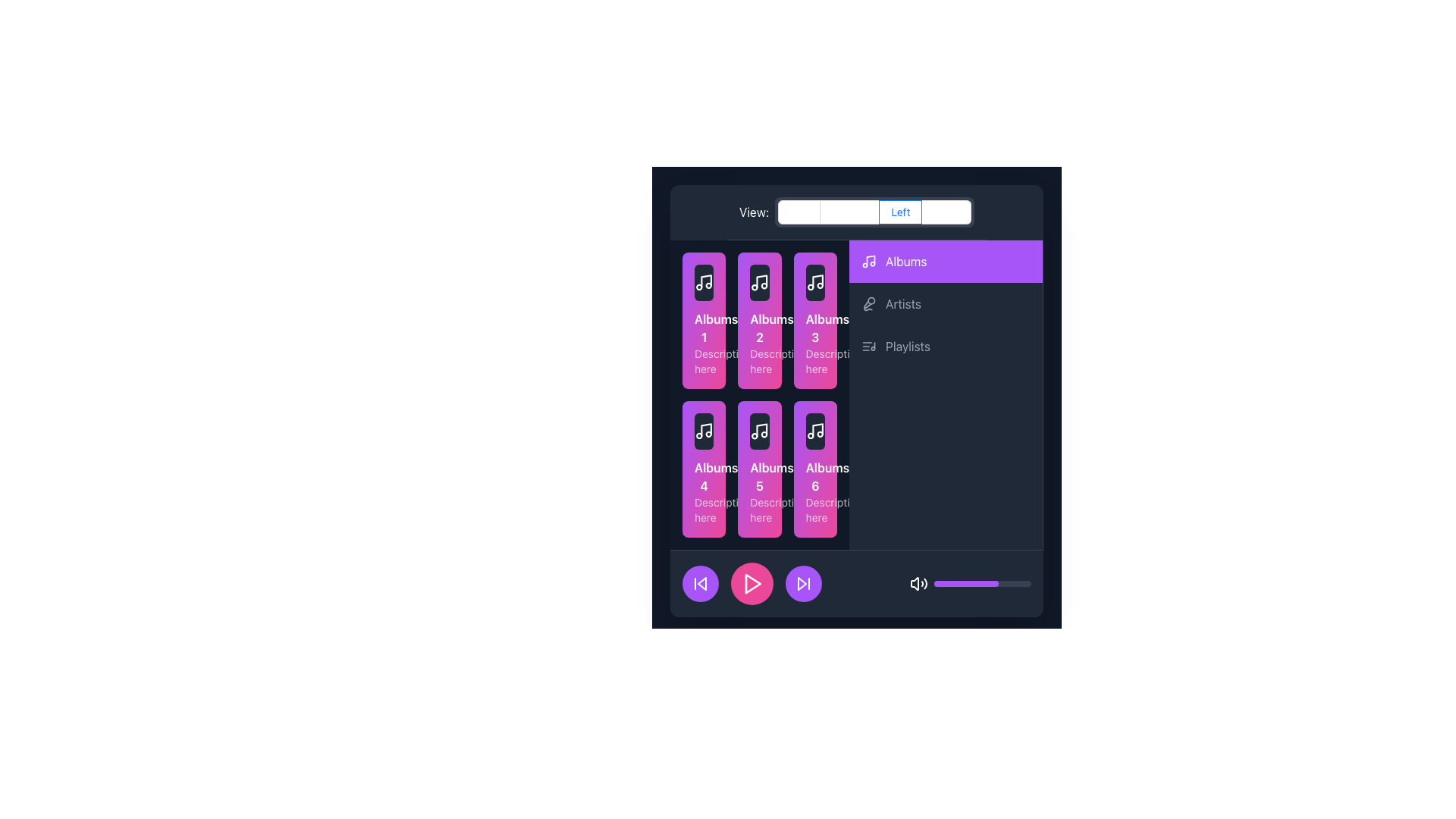  I want to click on the 'Top' radio button located at the far left of the group of buttons near the top left of the interface, so click(799, 212).